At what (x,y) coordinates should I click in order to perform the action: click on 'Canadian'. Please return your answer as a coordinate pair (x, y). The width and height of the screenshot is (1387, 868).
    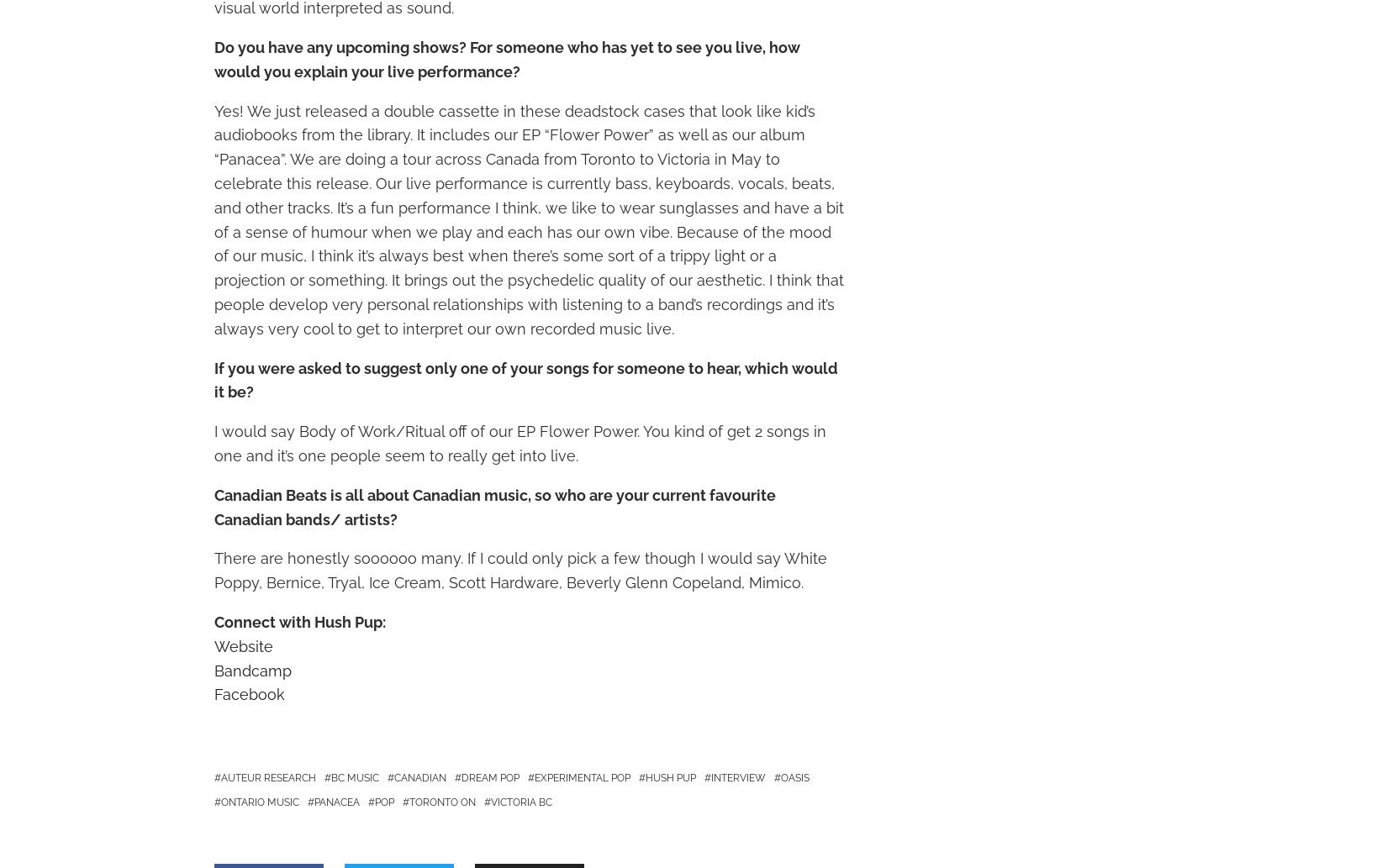
    Looking at the image, I should click on (419, 776).